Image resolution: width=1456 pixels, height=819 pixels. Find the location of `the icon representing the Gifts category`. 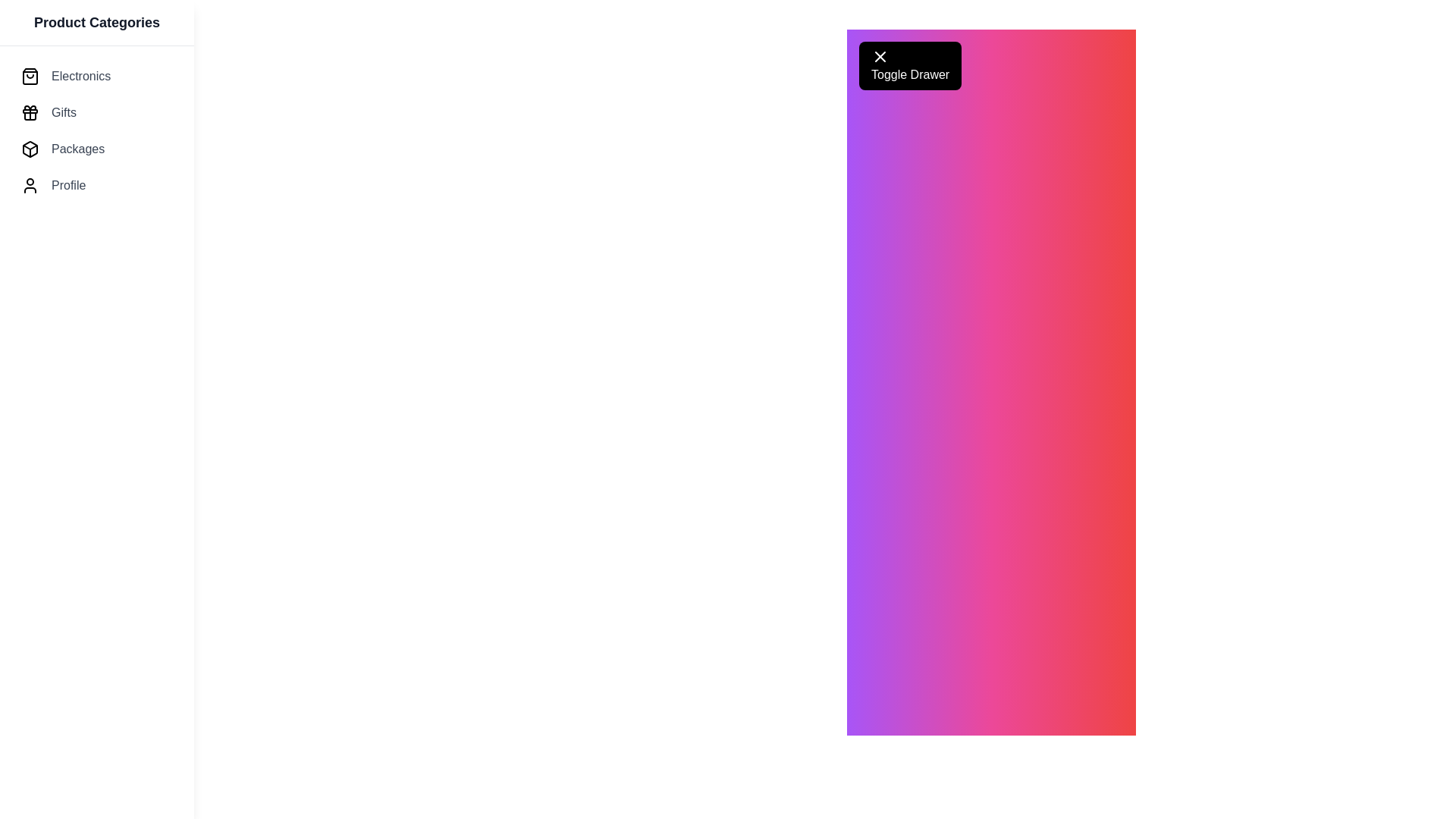

the icon representing the Gifts category is located at coordinates (30, 112).